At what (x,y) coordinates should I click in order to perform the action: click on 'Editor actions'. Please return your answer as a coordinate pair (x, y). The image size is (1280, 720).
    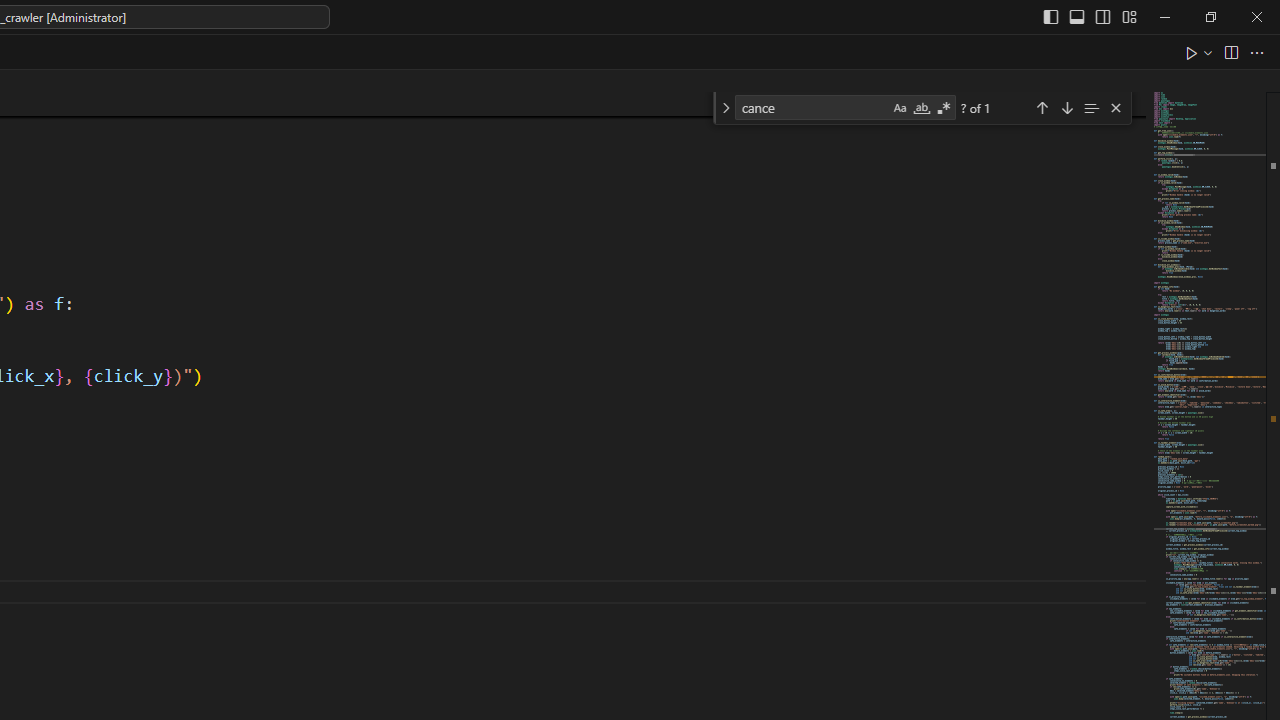
    Looking at the image, I should click on (1225, 51).